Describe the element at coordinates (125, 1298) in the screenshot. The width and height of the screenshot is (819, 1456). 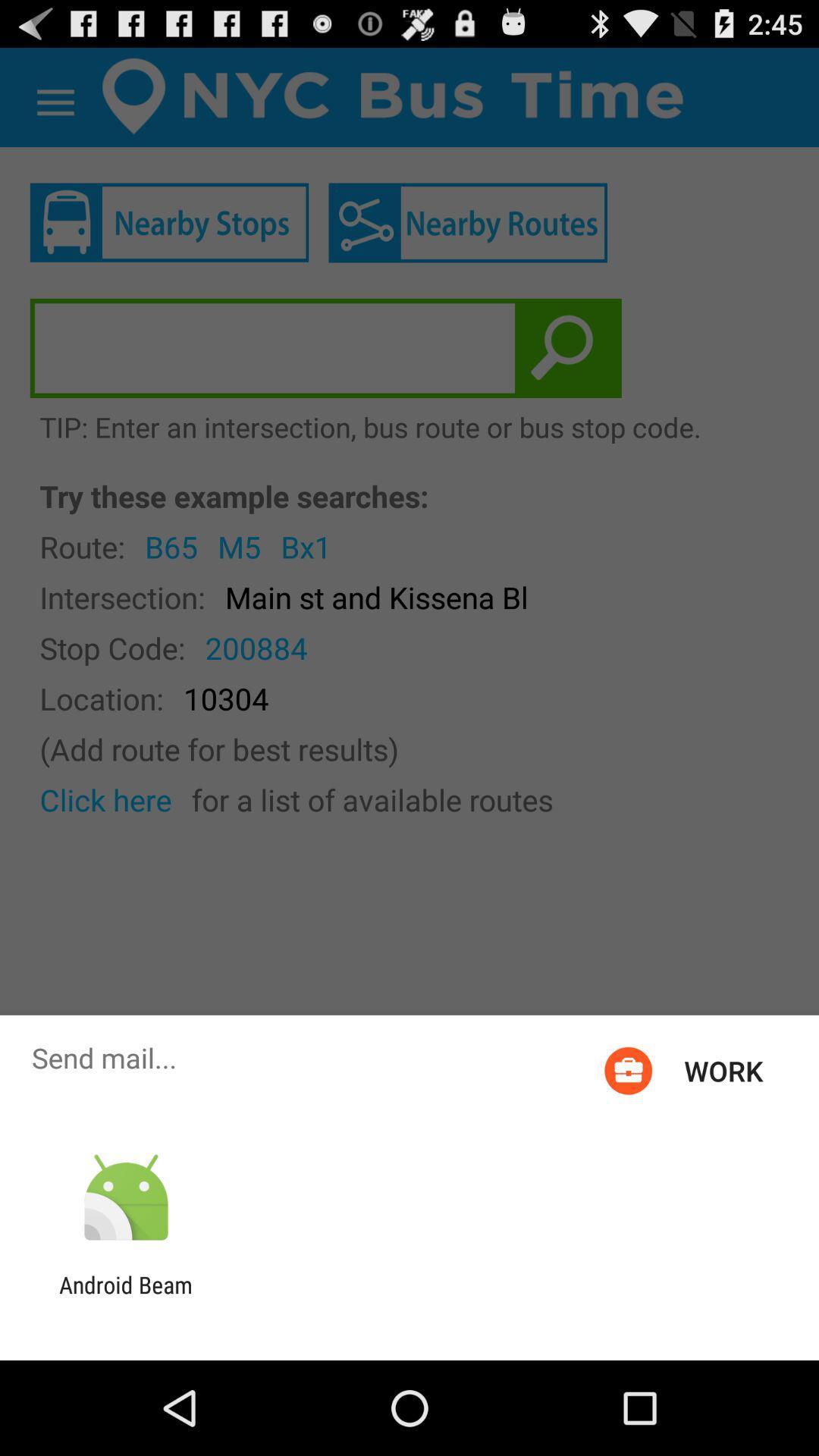
I see `android beam app` at that location.